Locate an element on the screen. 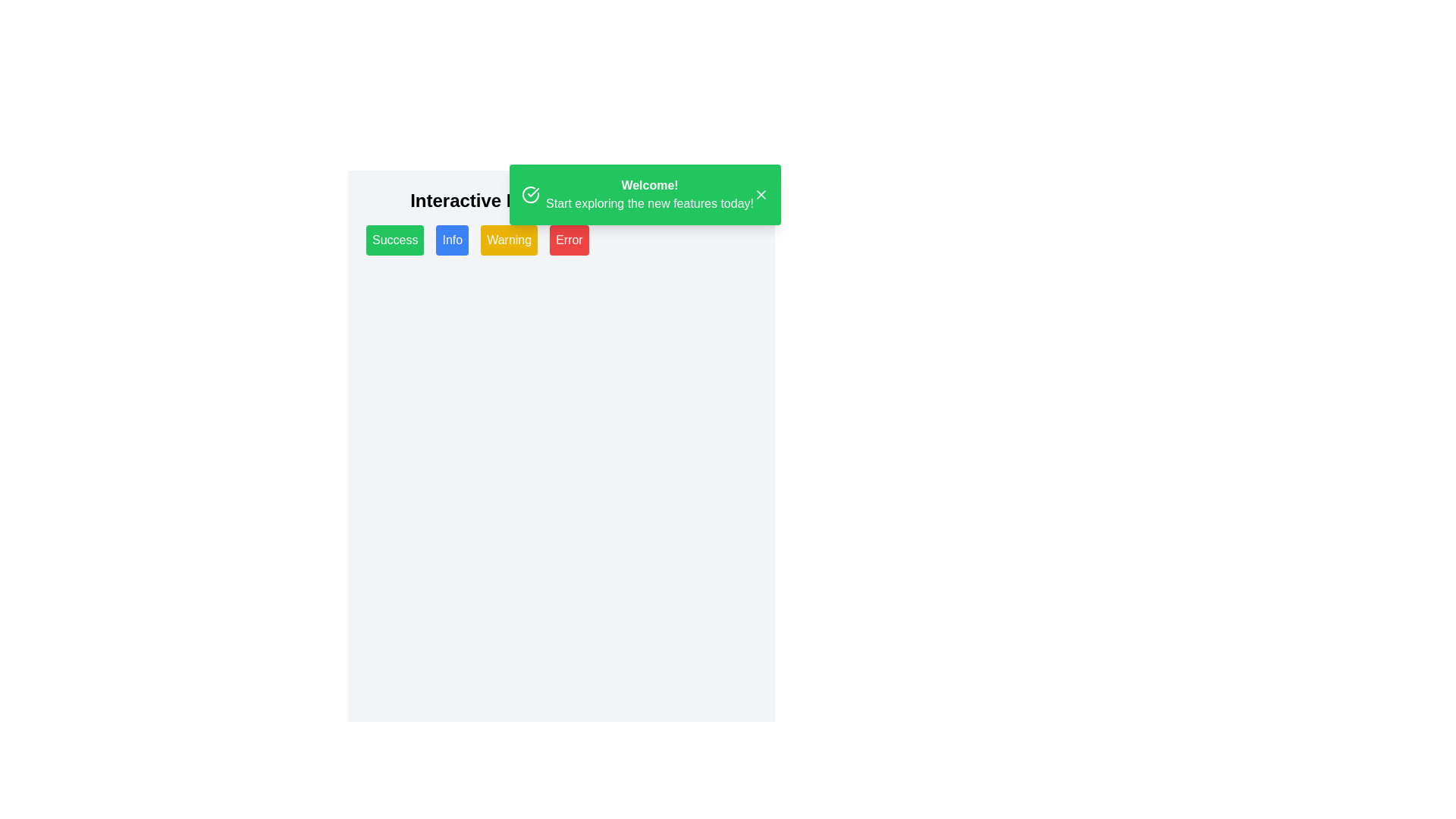  the greeting text label located at the top-right section of the green notification bar is located at coordinates (650, 185).